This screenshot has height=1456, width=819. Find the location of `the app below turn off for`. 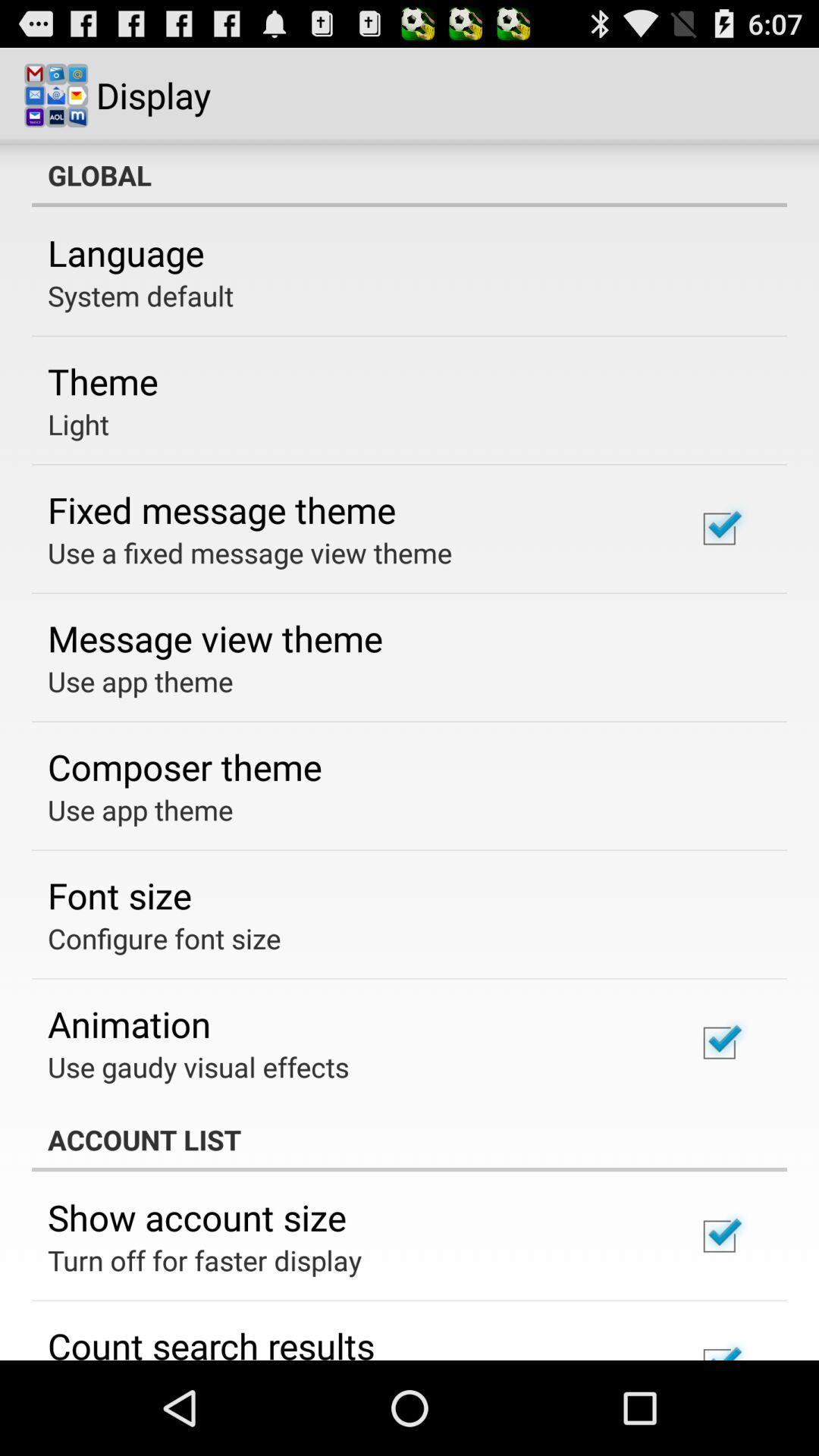

the app below turn off for is located at coordinates (211, 1341).